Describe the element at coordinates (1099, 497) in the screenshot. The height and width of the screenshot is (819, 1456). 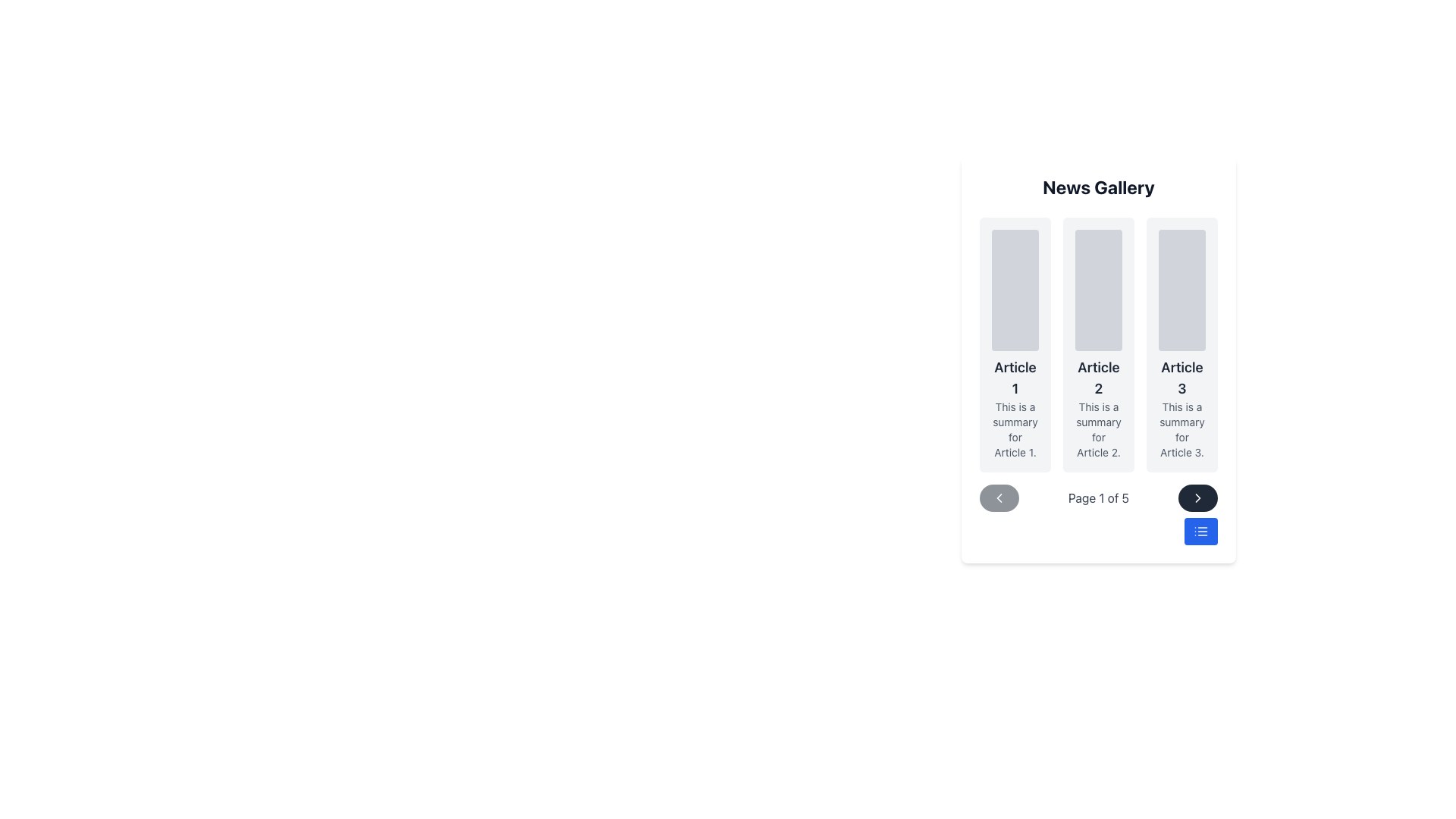
I see `the pagination indicator label located at the bottom of the layout, which displays the current and total number of pages and is horizontally centered with circular buttons on either side` at that location.